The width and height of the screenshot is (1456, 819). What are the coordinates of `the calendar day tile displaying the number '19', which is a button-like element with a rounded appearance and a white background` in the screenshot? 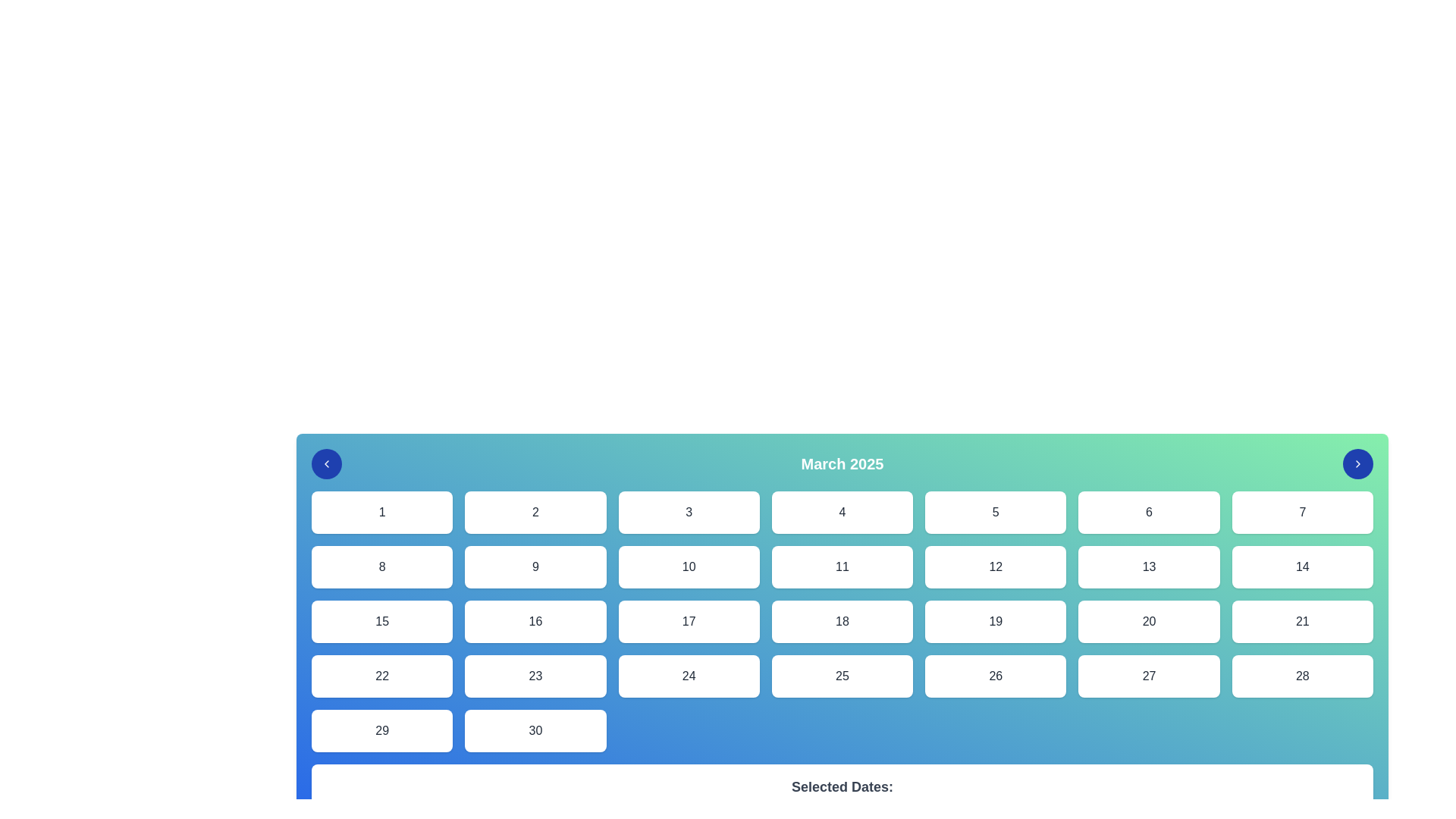 It's located at (996, 622).